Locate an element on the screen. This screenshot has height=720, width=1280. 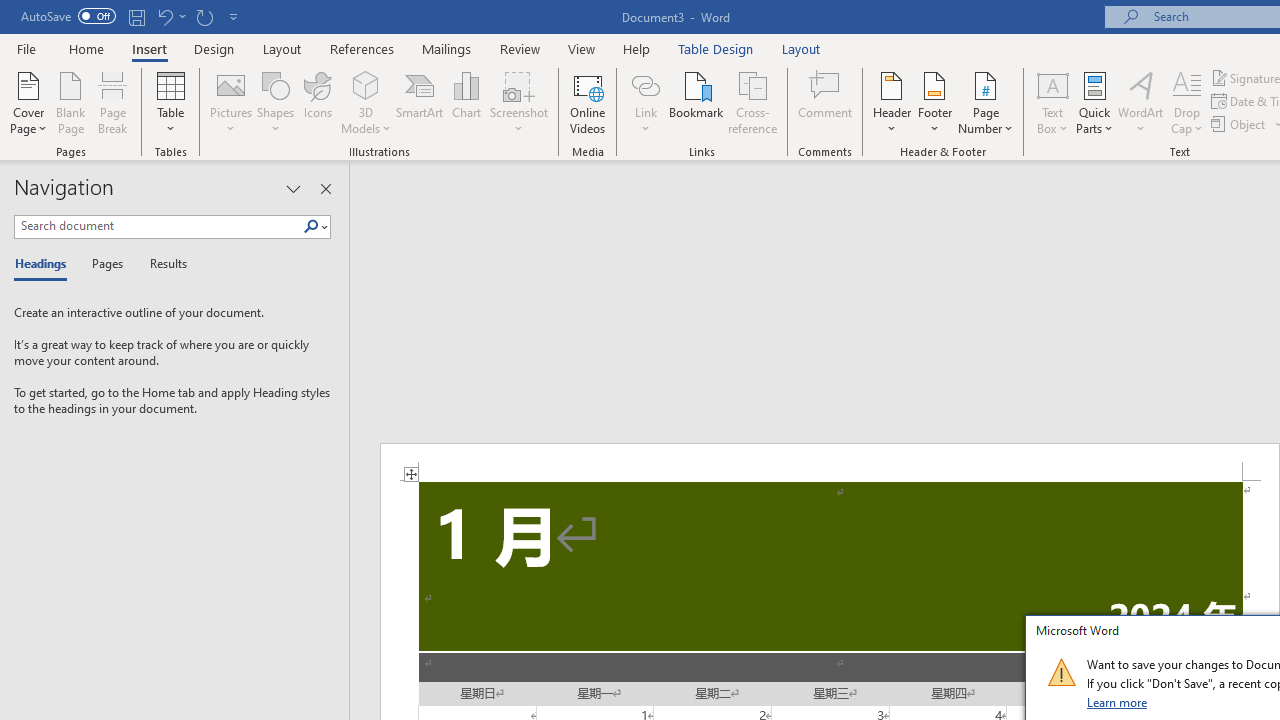
'Search' is located at coordinates (314, 226).